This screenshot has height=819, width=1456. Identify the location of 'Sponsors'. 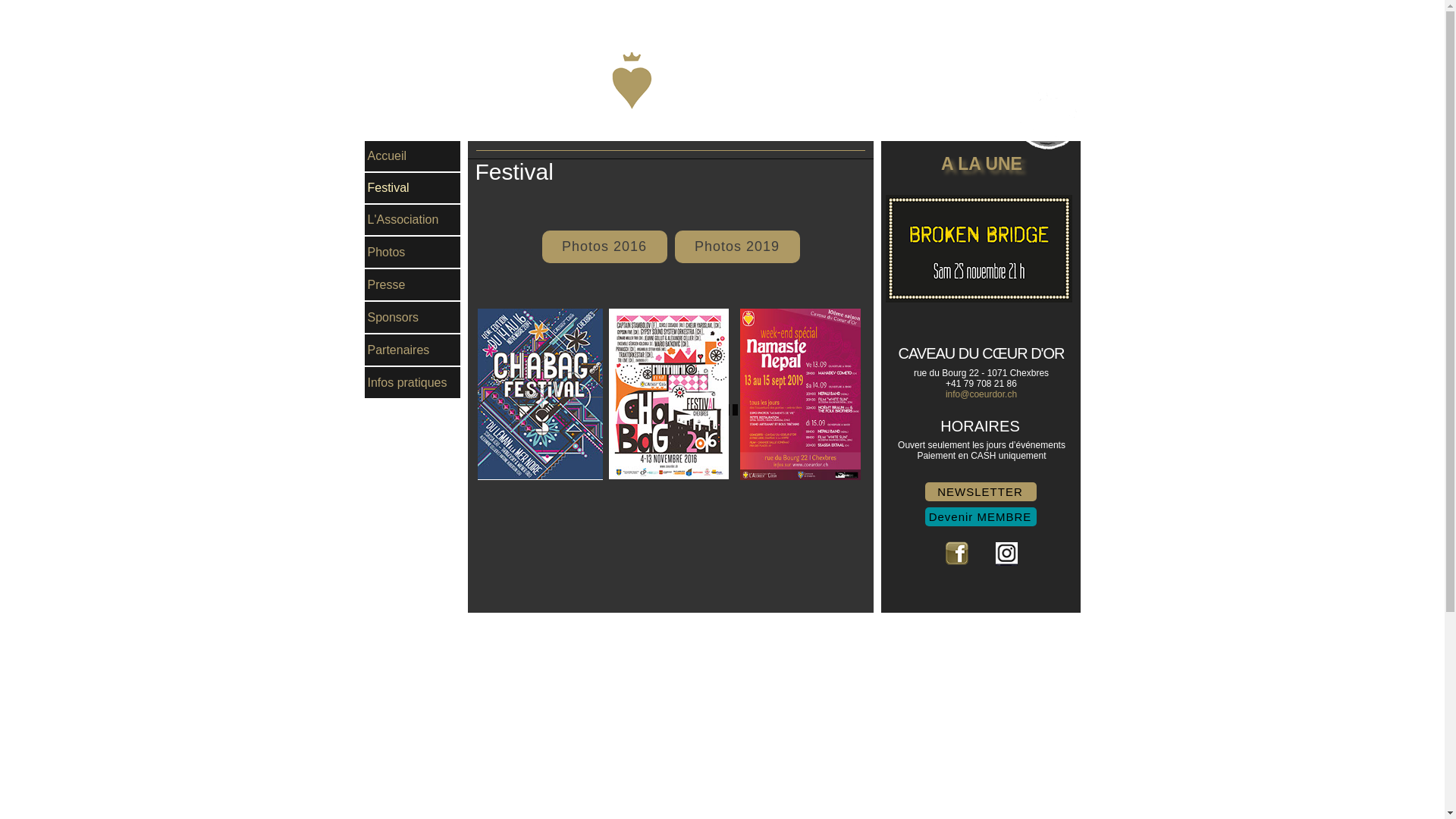
(364, 316).